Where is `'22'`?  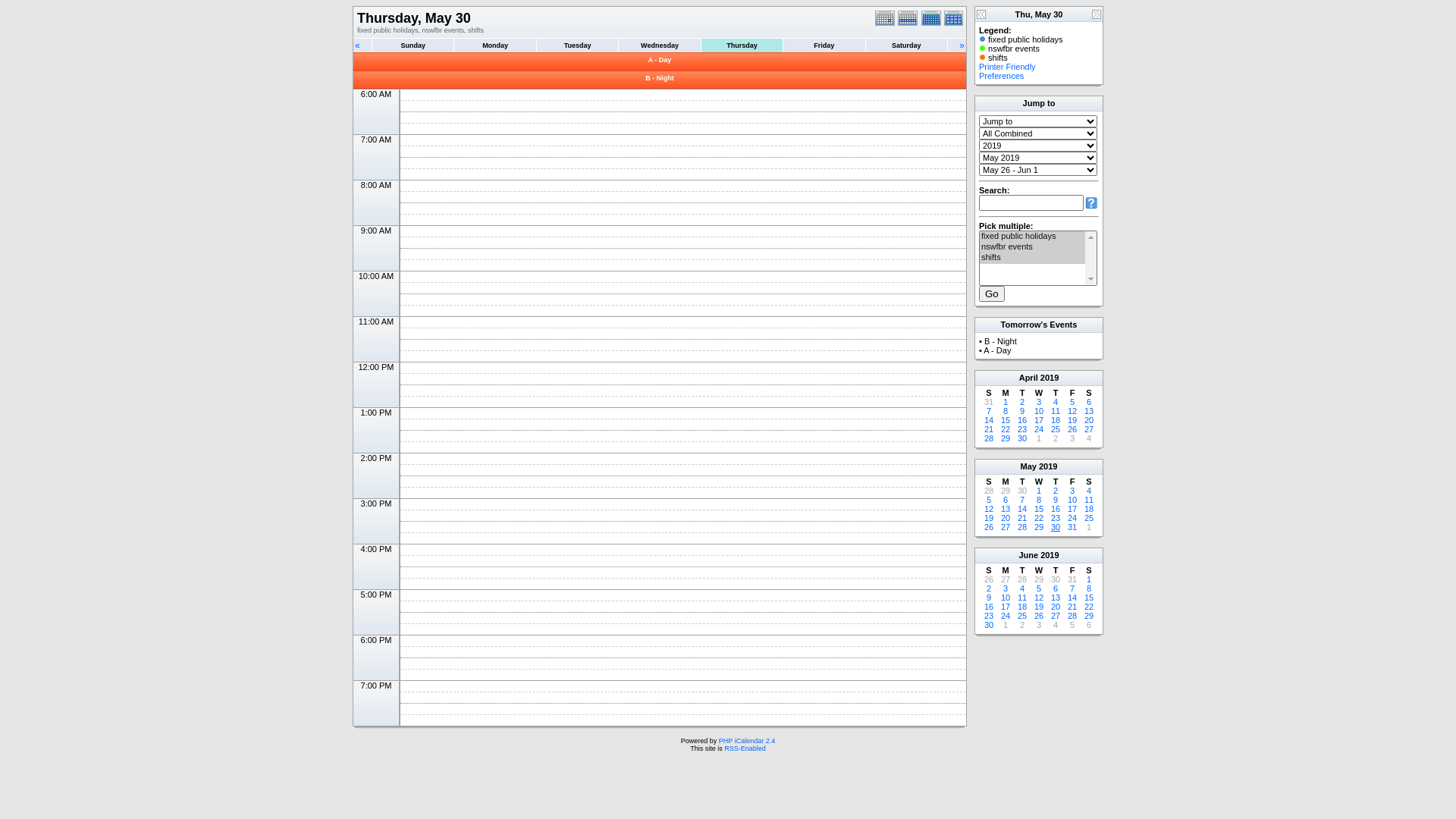 '22' is located at coordinates (1005, 429).